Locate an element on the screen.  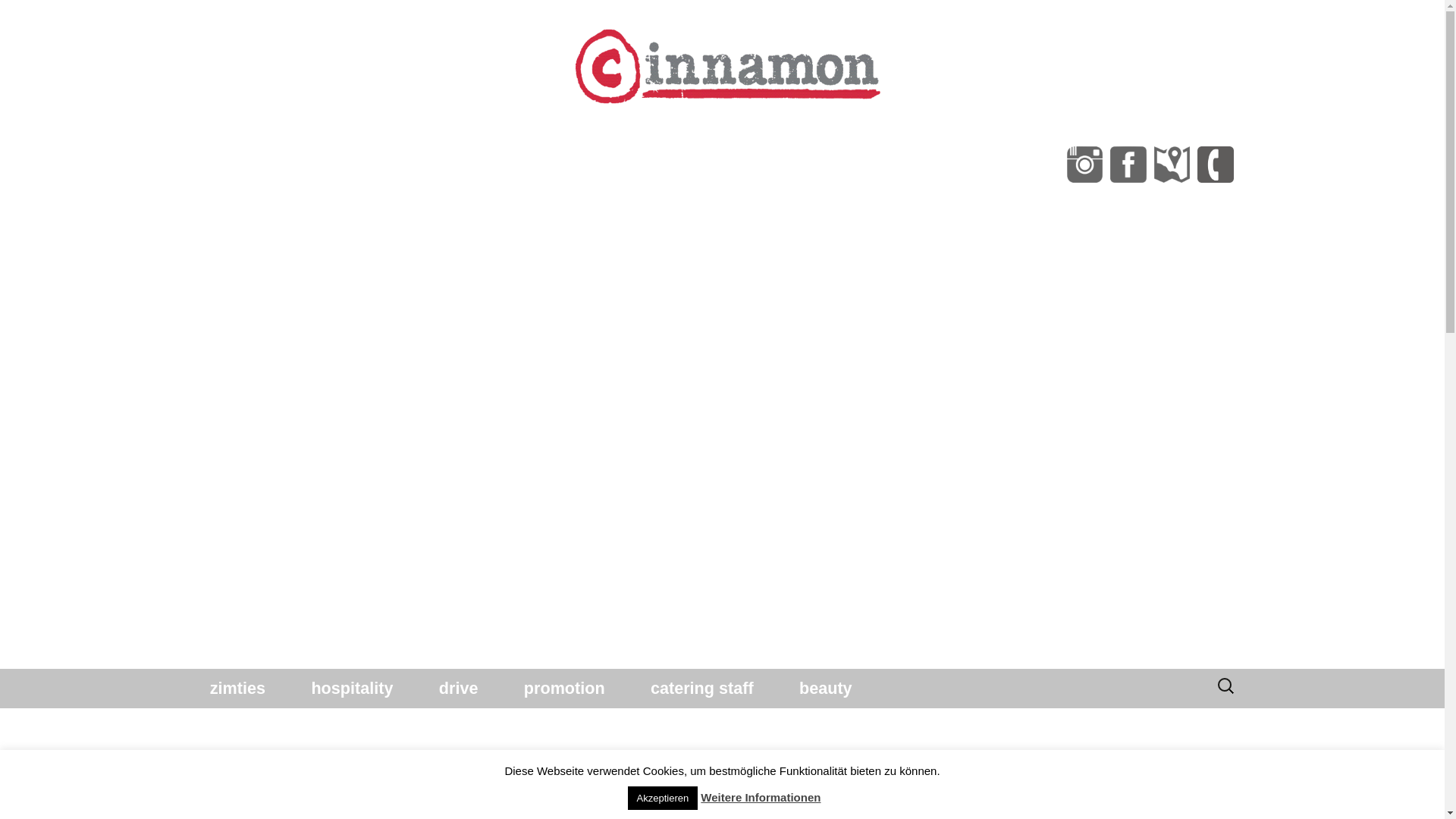
'drive' is located at coordinates (457, 688).